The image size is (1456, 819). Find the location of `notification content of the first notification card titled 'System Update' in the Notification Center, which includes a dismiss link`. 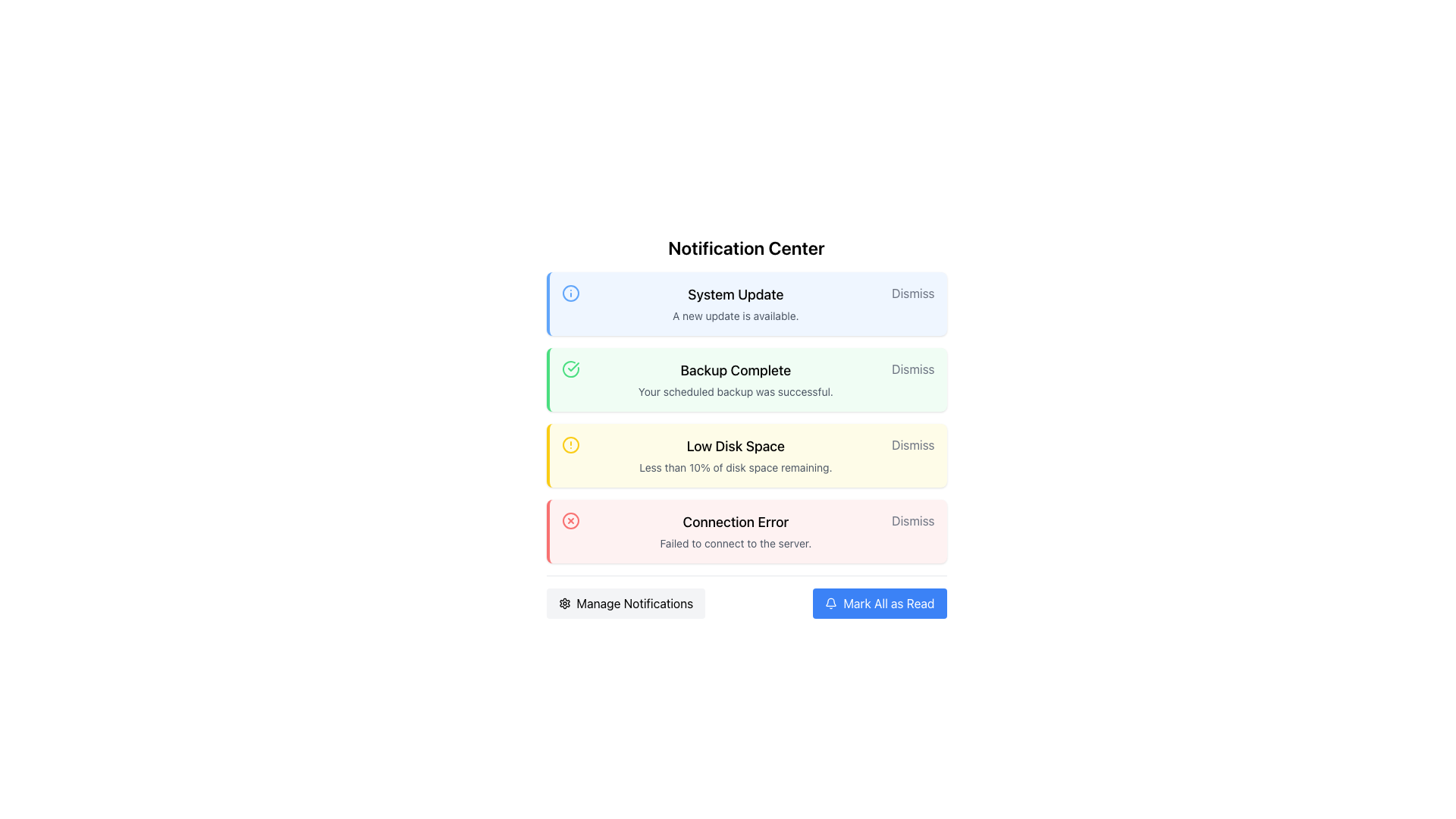

notification content of the first notification card titled 'System Update' in the Notification Center, which includes a dismiss link is located at coordinates (746, 304).